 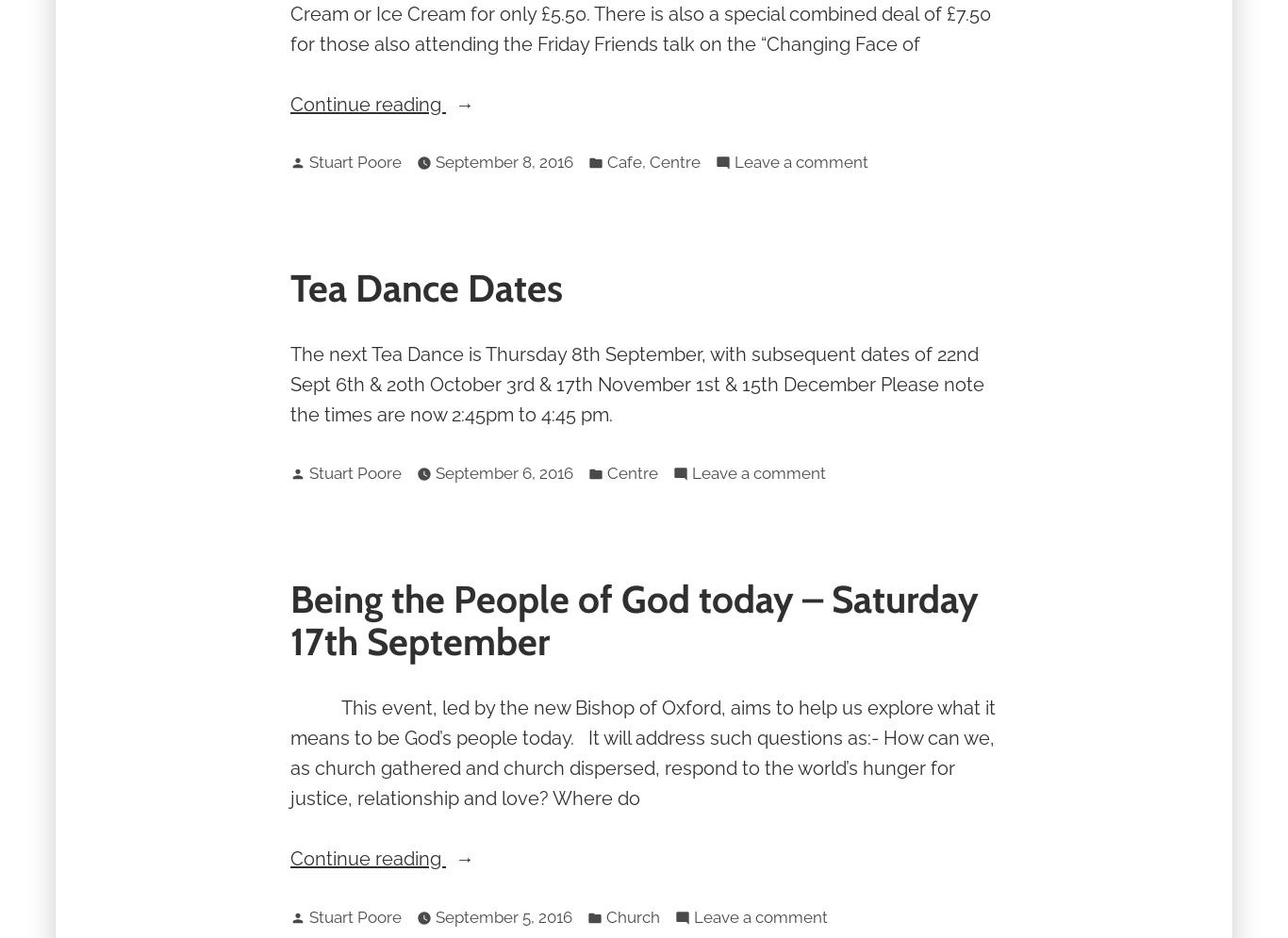 What do you see at coordinates (632, 915) in the screenshot?
I see `'Church'` at bounding box center [632, 915].